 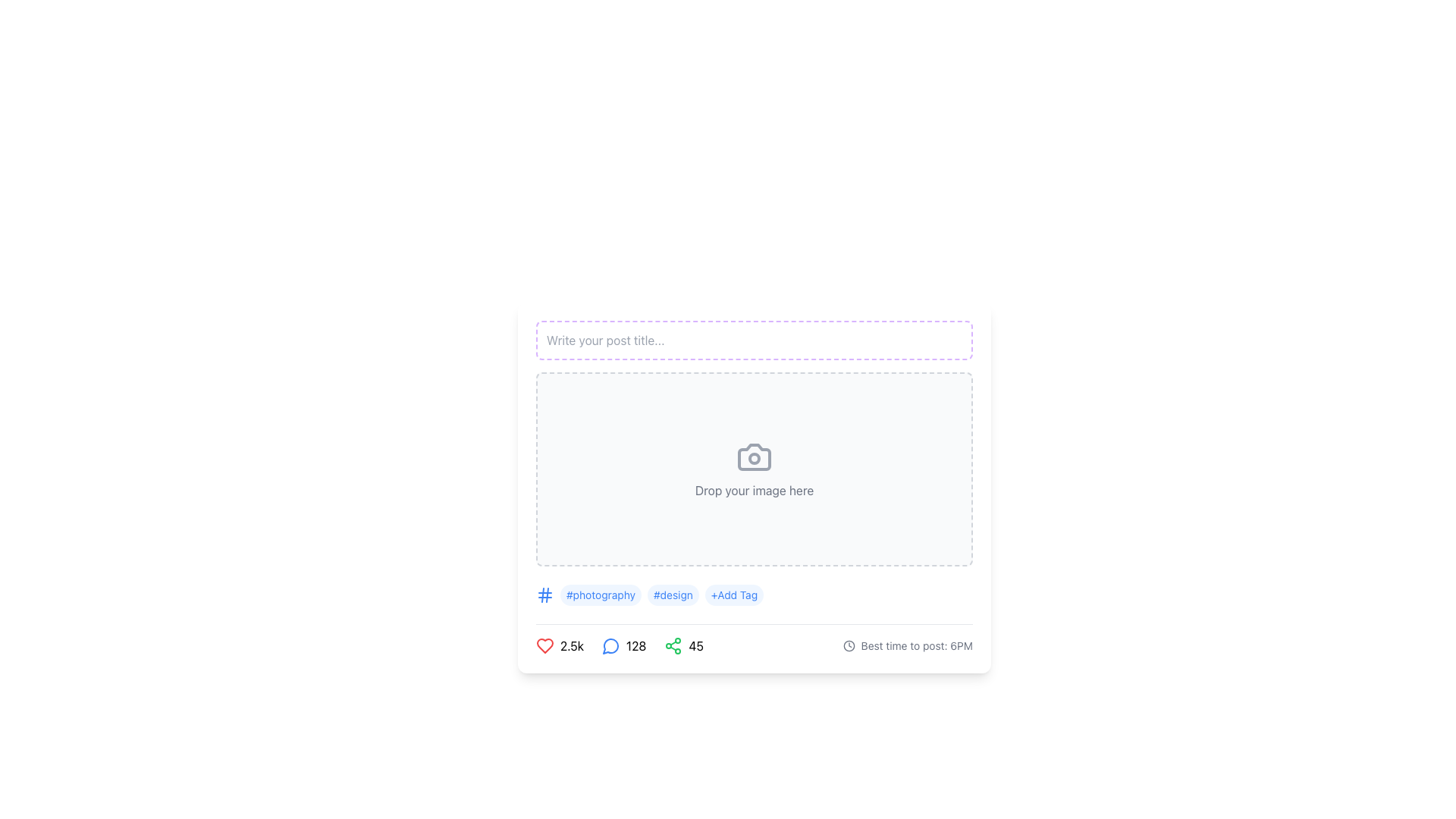 What do you see at coordinates (754, 468) in the screenshot?
I see `the Dropzone area, which has dashed borders and a light gray background with a camera icon and the text 'Drop your image here'` at bounding box center [754, 468].